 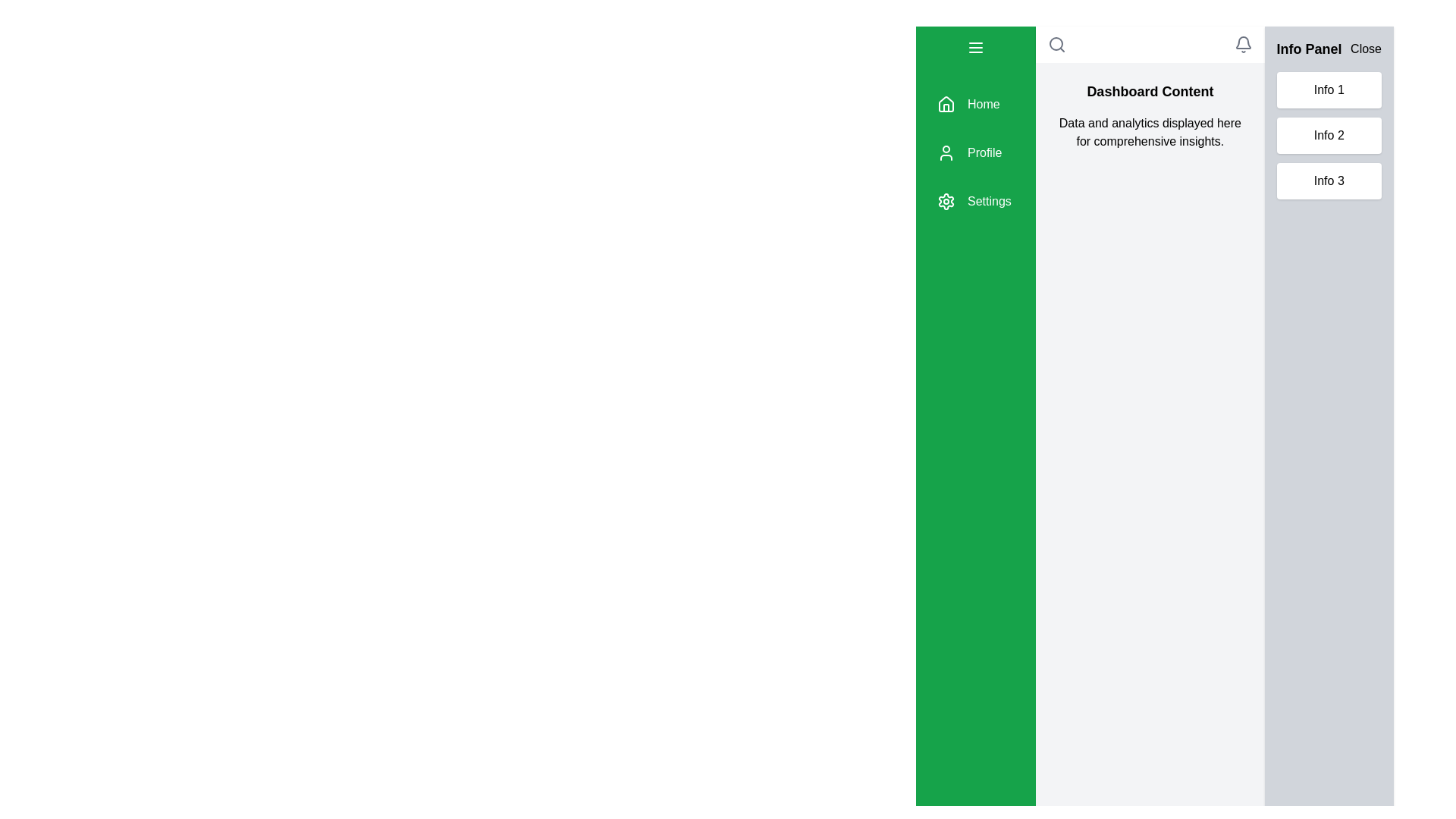 What do you see at coordinates (983, 104) in the screenshot?
I see `the 'Home' navigation text label located in the left sidebar, positioned above the 'Profile' and 'Settings' items` at bounding box center [983, 104].